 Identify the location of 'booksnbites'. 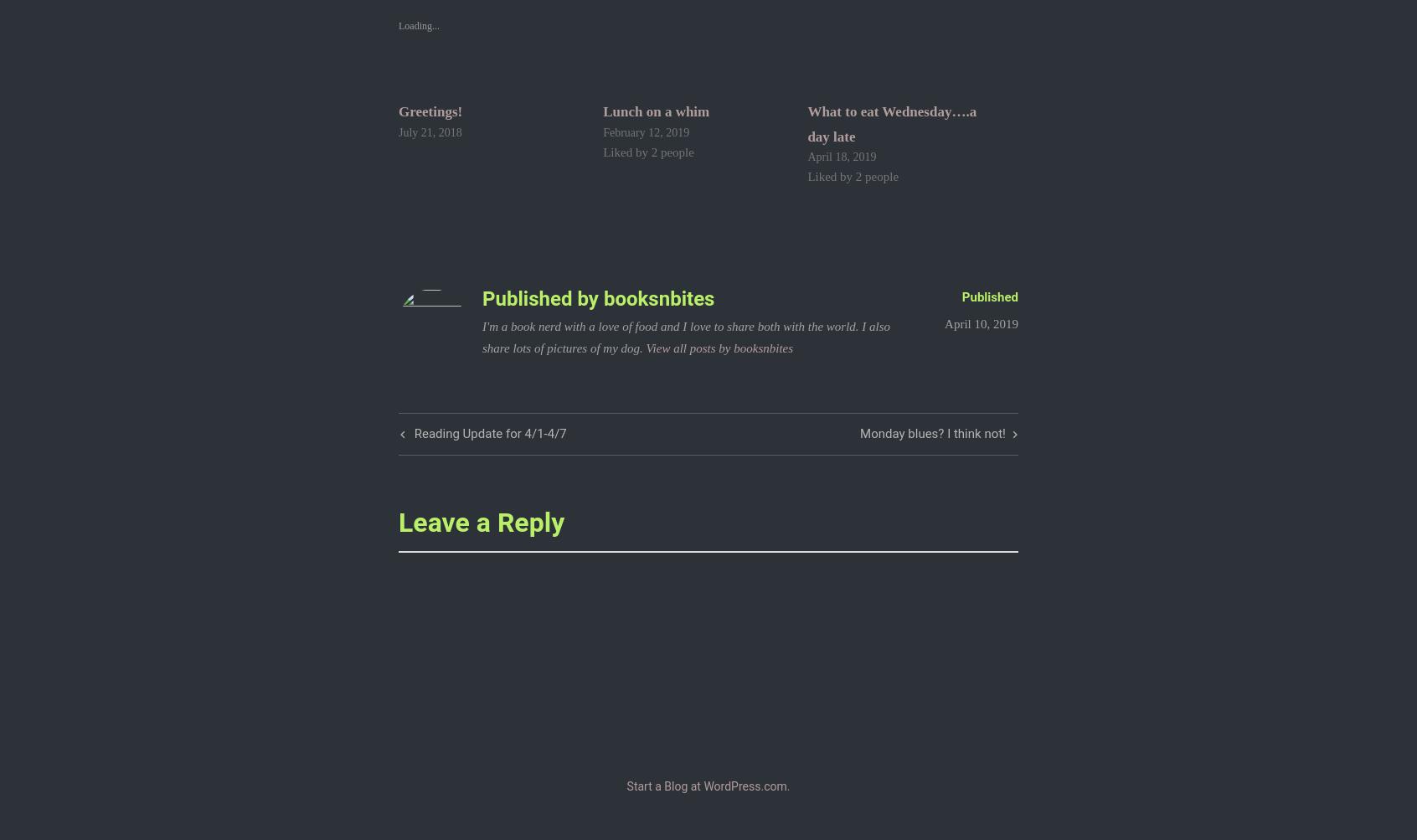
(658, 297).